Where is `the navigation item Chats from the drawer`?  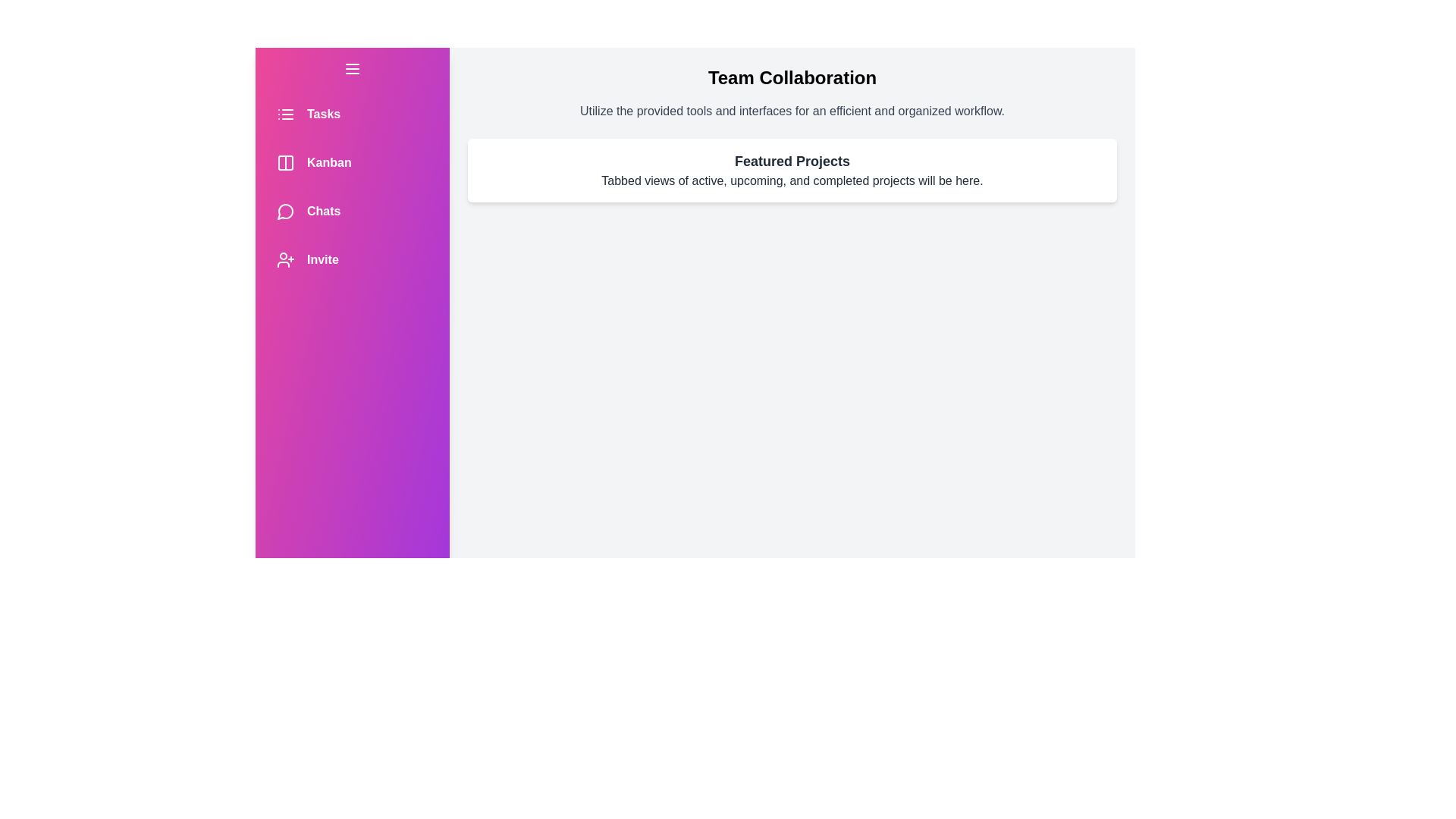
the navigation item Chats from the drawer is located at coordinates (352, 211).